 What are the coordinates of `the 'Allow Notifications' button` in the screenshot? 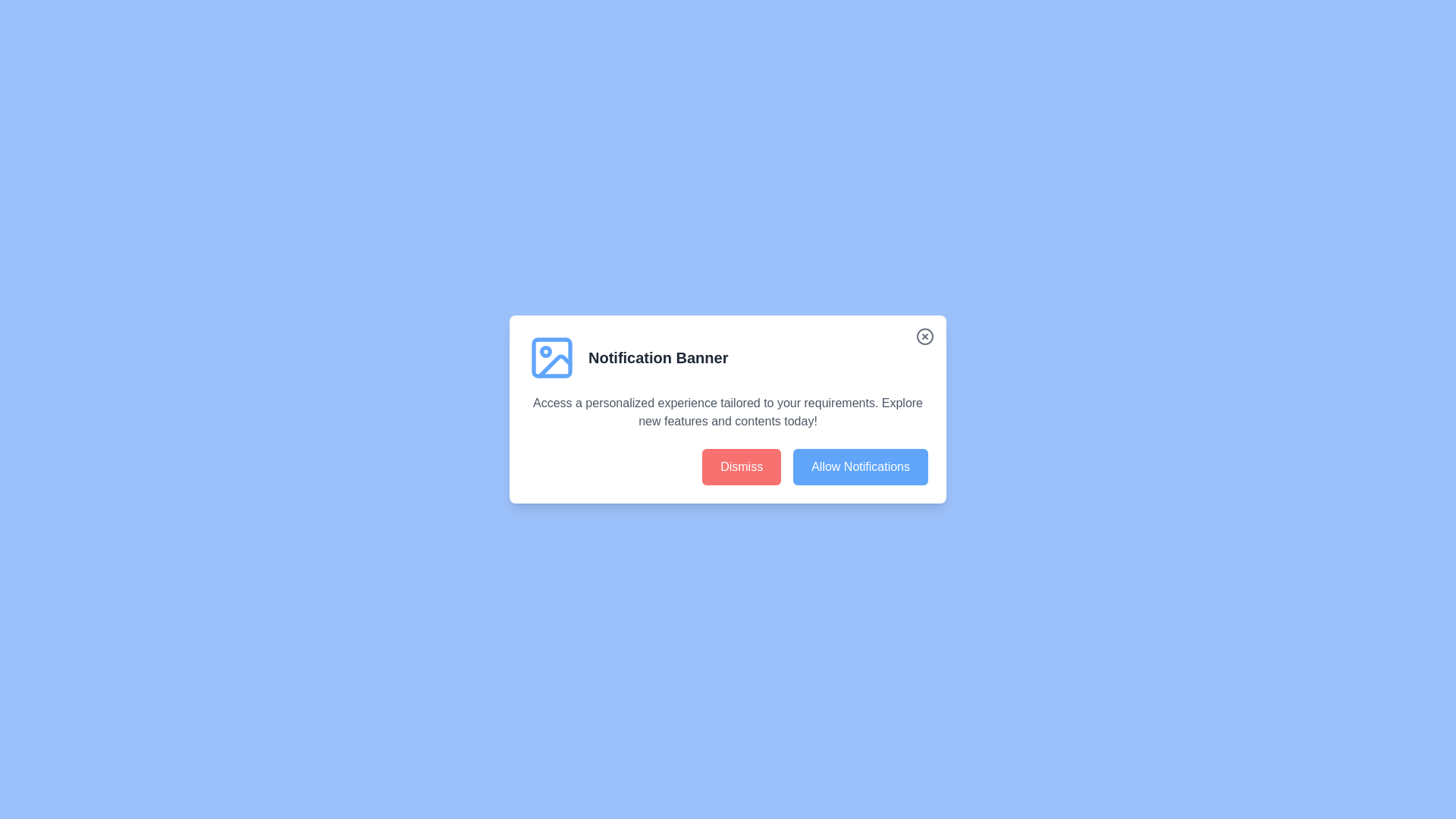 It's located at (860, 466).